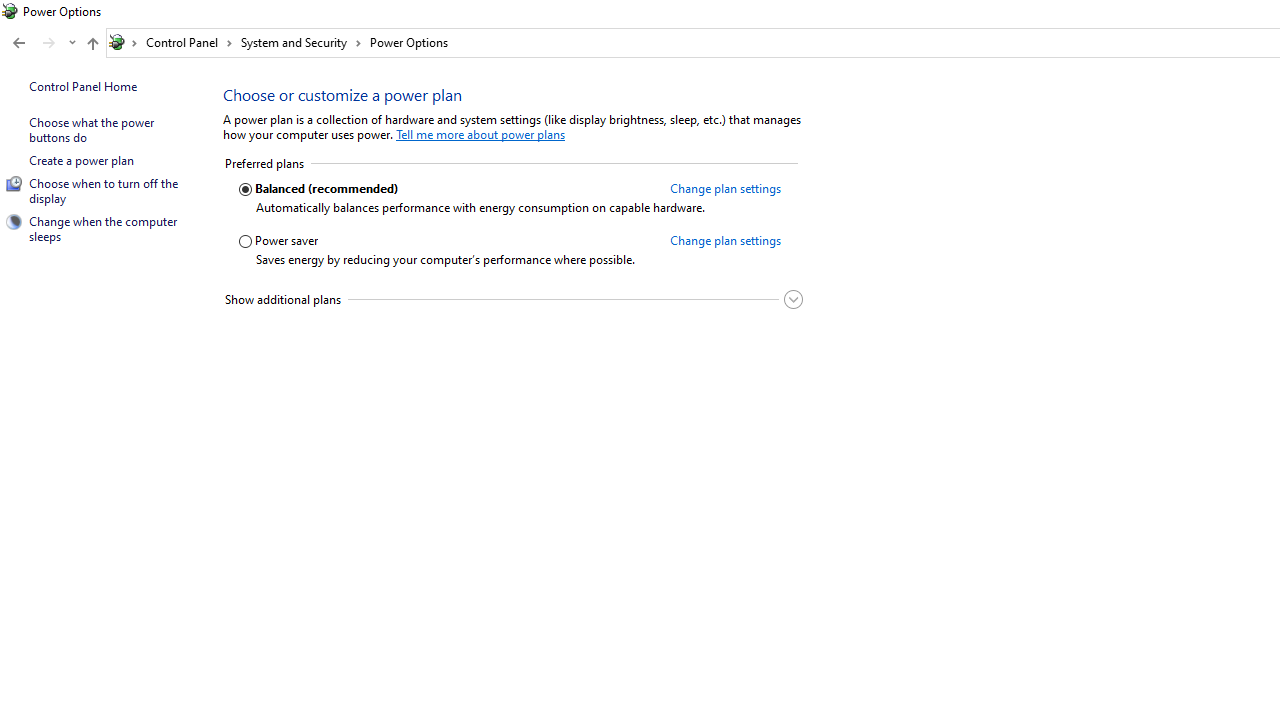 The height and width of the screenshot is (720, 1280). What do you see at coordinates (103, 227) in the screenshot?
I see `'Change when the computer sleeps'` at bounding box center [103, 227].